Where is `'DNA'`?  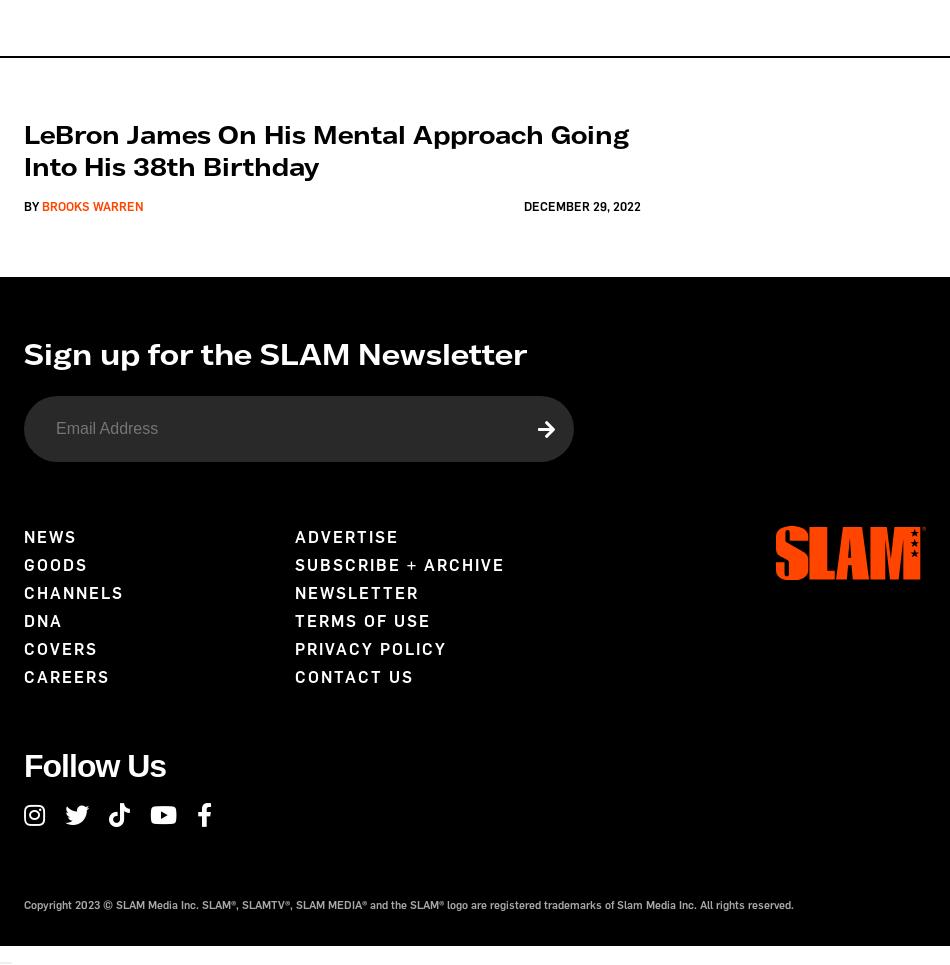 'DNA' is located at coordinates (43, 619).